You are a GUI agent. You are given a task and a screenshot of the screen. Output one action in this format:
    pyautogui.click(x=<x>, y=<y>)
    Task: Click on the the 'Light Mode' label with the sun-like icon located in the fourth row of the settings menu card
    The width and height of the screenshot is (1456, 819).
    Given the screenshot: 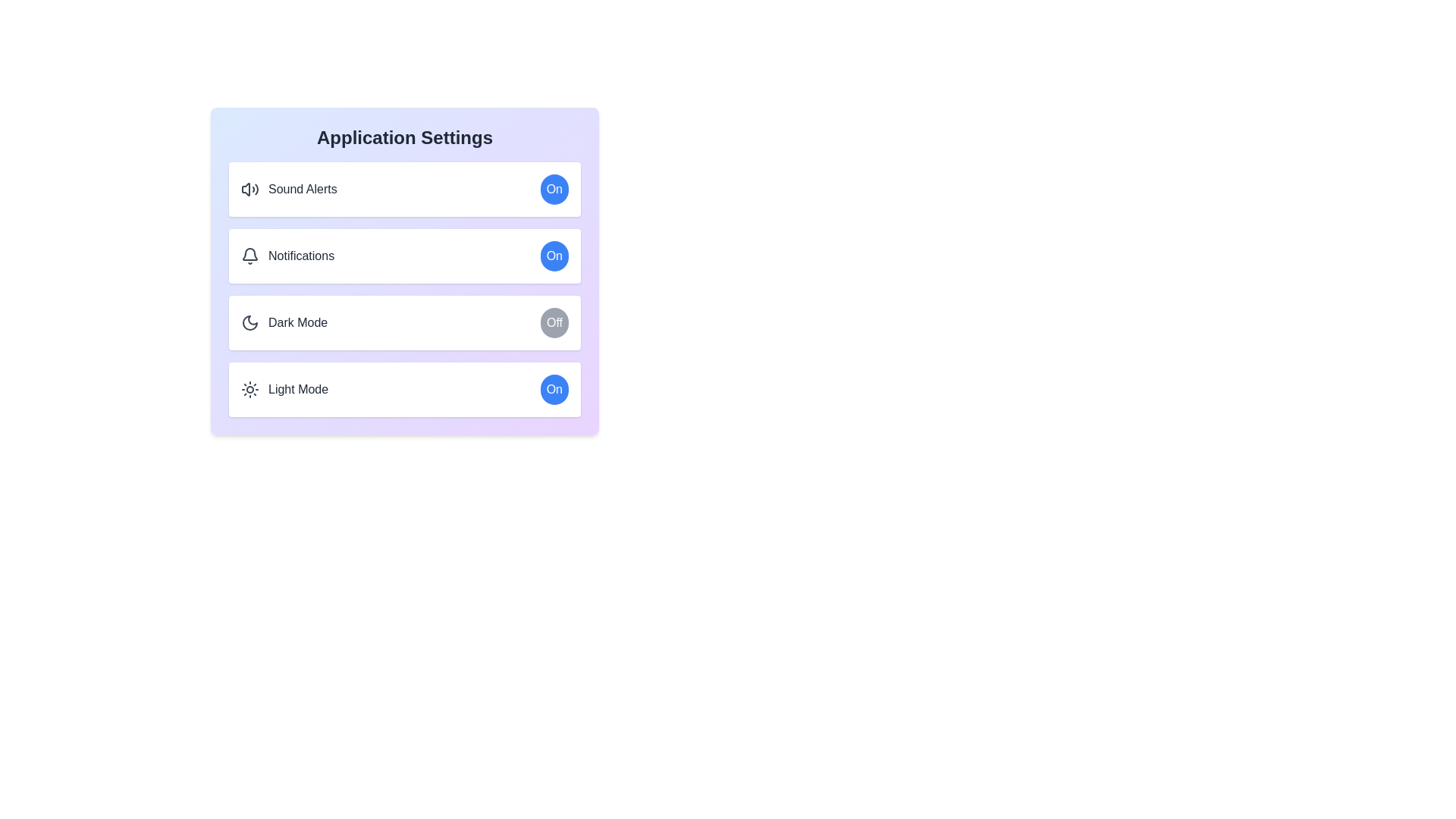 What is the action you would take?
    pyautogui.click(x=284, y=388)
    